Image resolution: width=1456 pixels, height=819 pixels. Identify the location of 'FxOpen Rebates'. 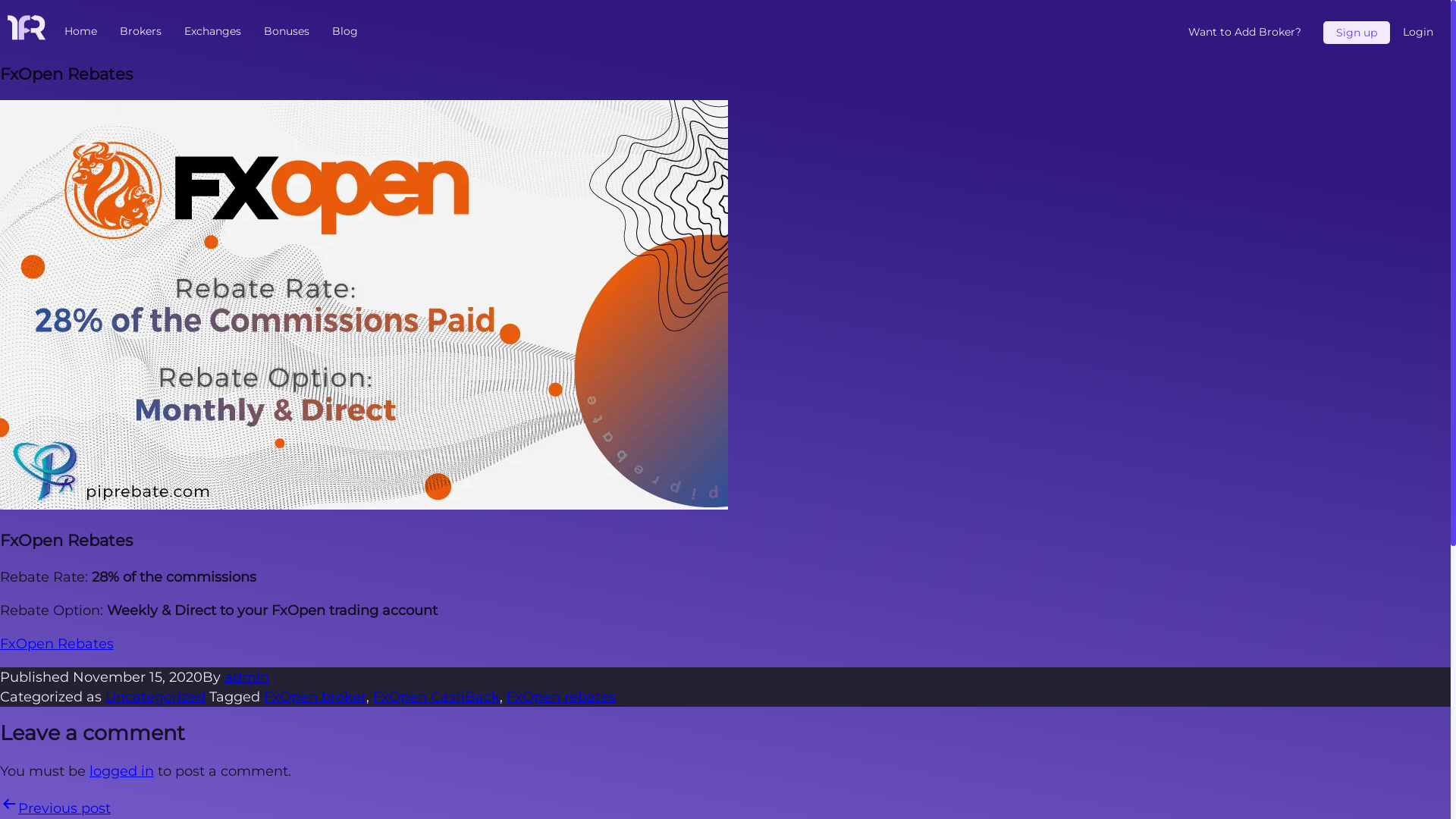
(57, 643).